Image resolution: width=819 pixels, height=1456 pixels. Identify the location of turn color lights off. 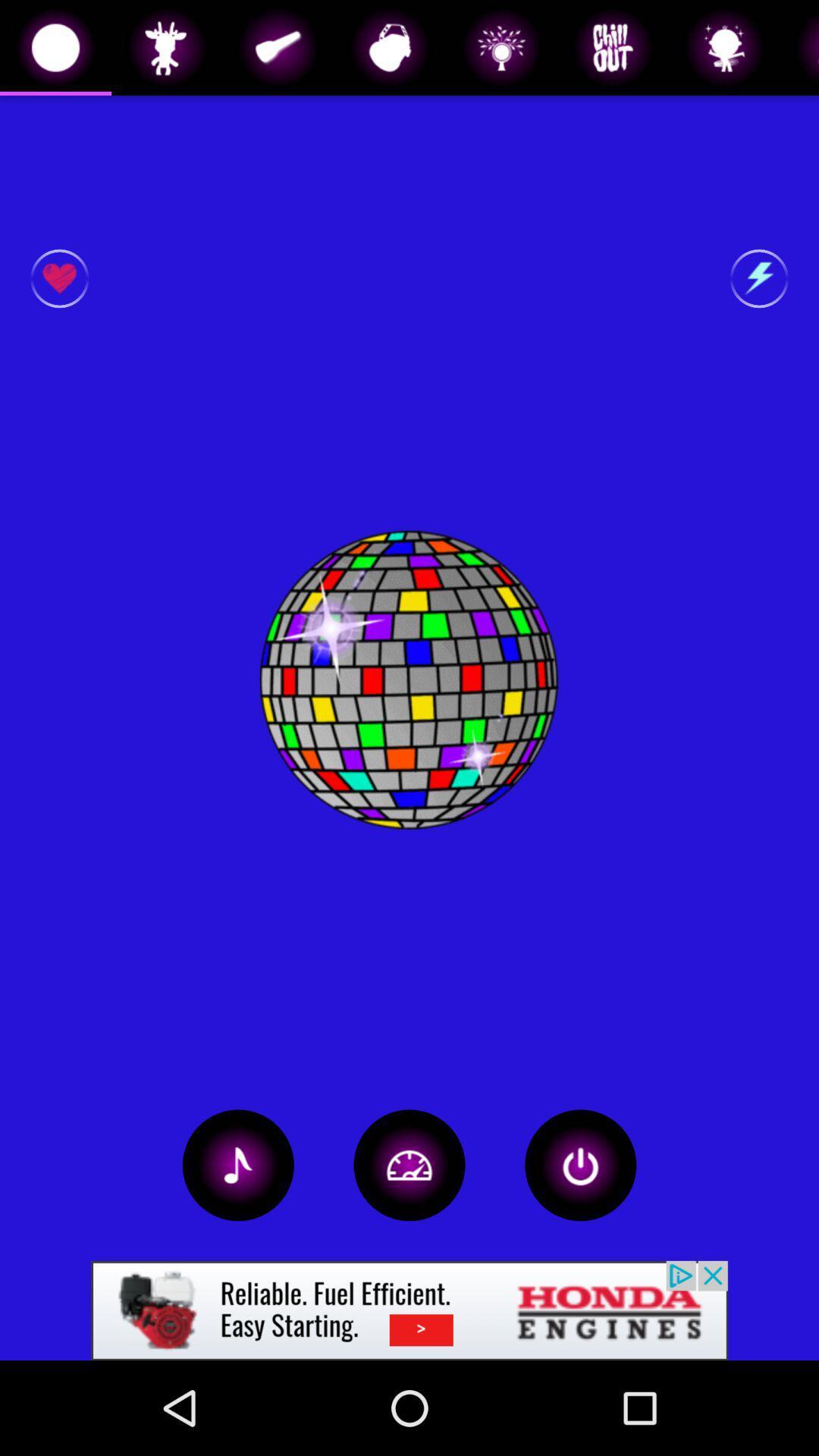
(580, 1164).